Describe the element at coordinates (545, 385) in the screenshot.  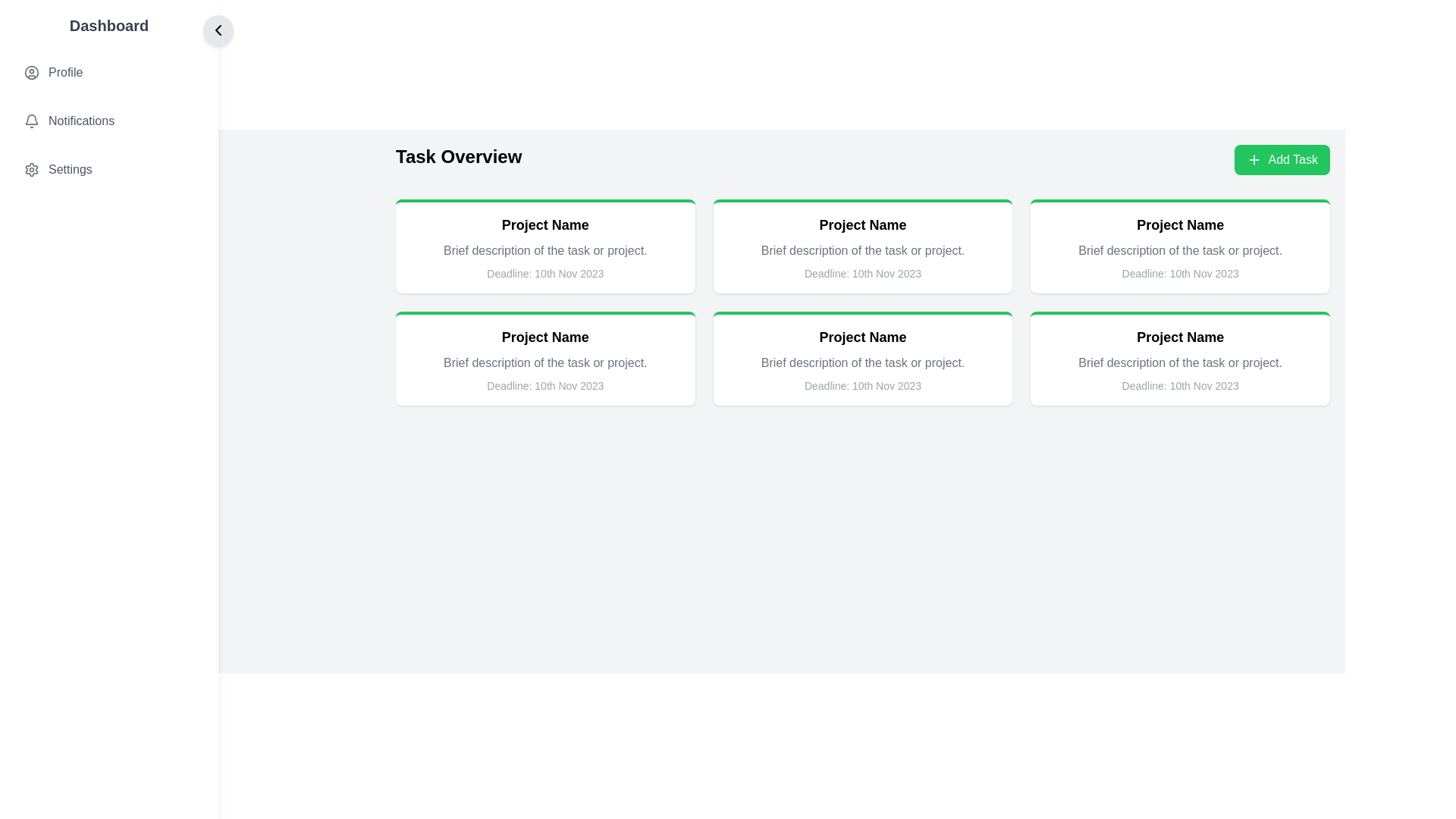
I see `the text label that shows the deadline for a task, formatted as 'Deadline: 10th Nov 2023', located at the bottom of the task details card` at that location.